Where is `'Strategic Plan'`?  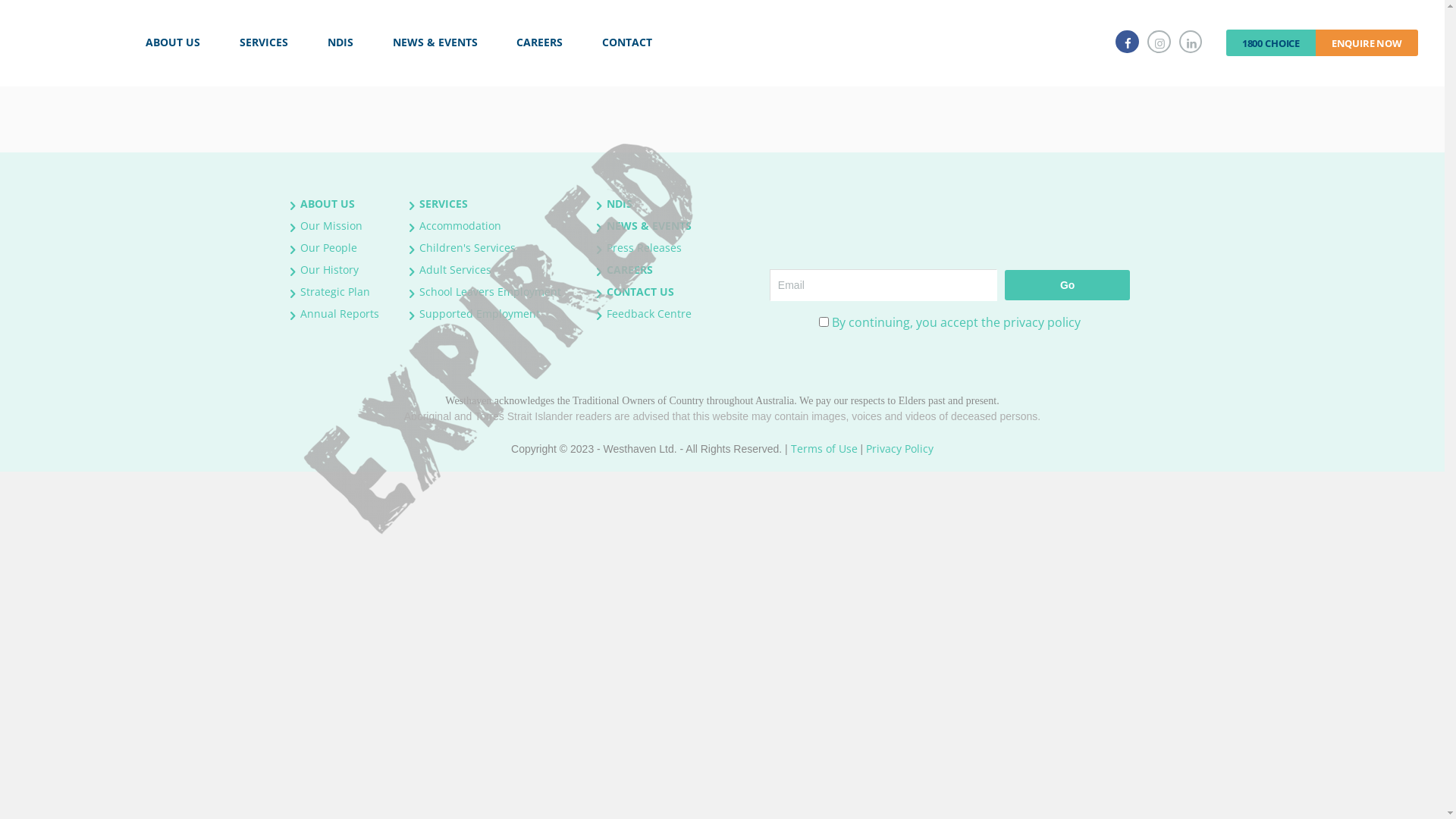 'Strategic Plan' is located at coordinates (334, 291).